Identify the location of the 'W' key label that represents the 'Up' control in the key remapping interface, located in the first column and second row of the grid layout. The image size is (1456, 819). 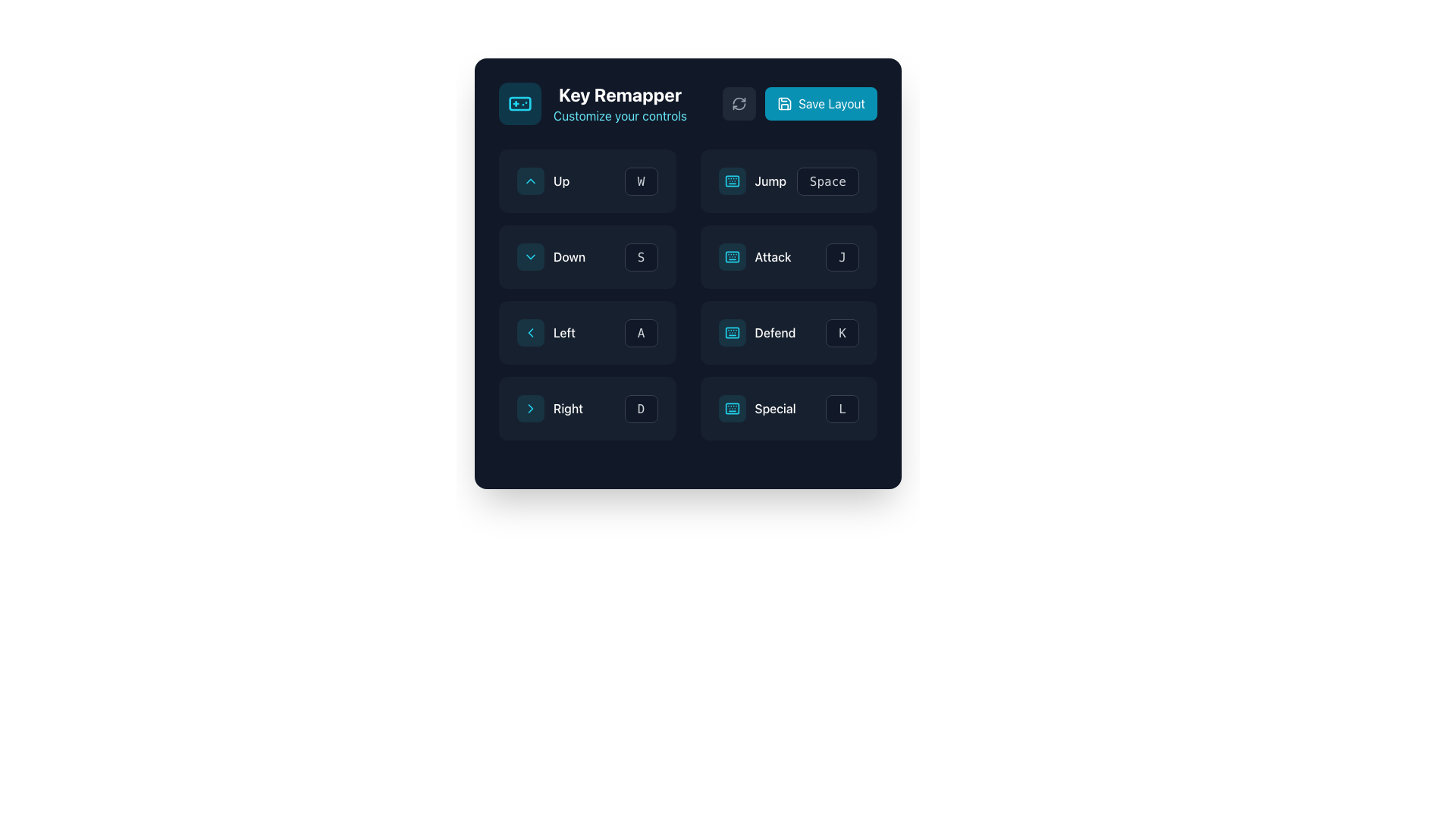
(641, 180).